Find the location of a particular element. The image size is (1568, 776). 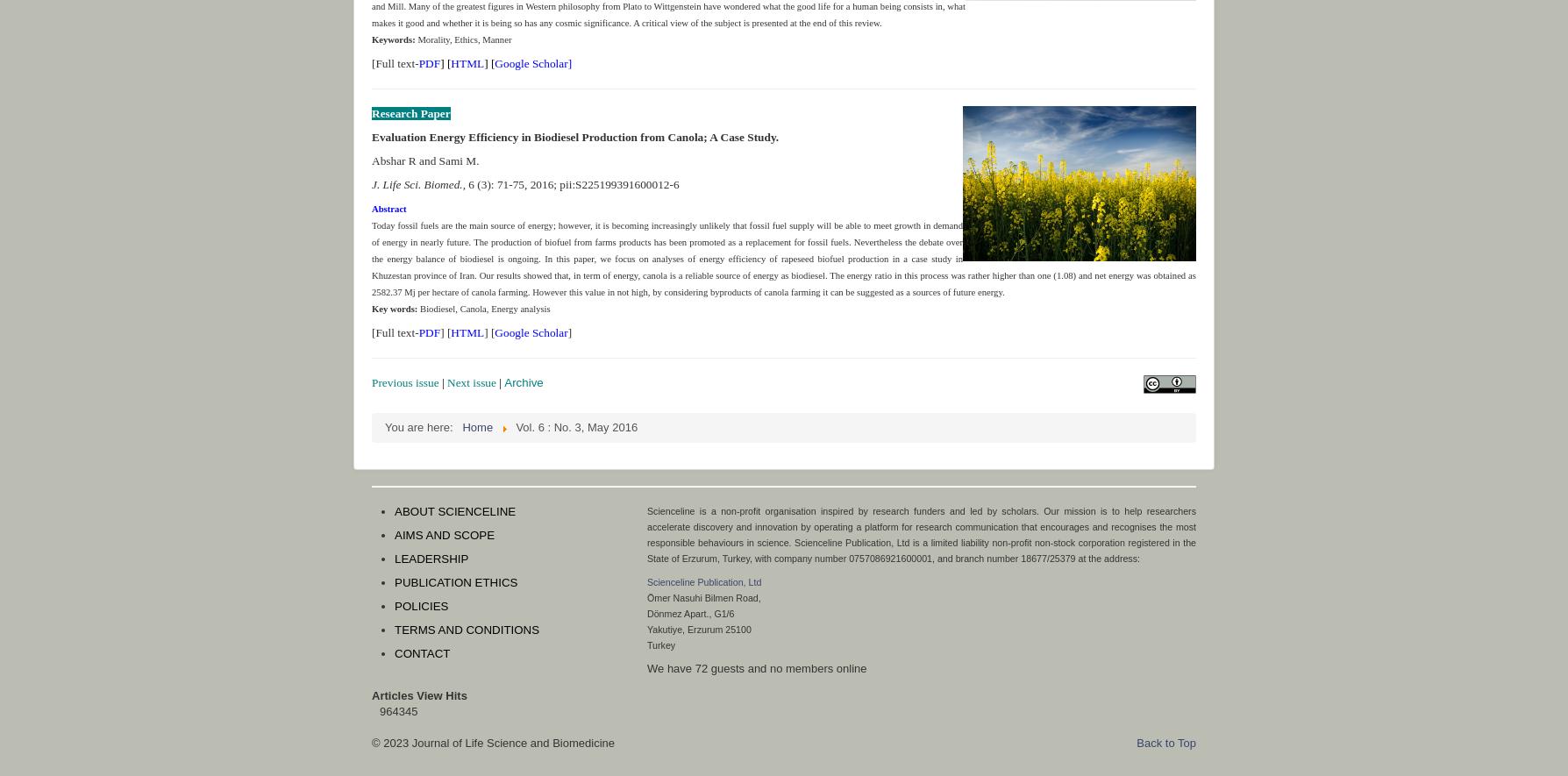

'Next issue' is located at coordinates (471, 381).